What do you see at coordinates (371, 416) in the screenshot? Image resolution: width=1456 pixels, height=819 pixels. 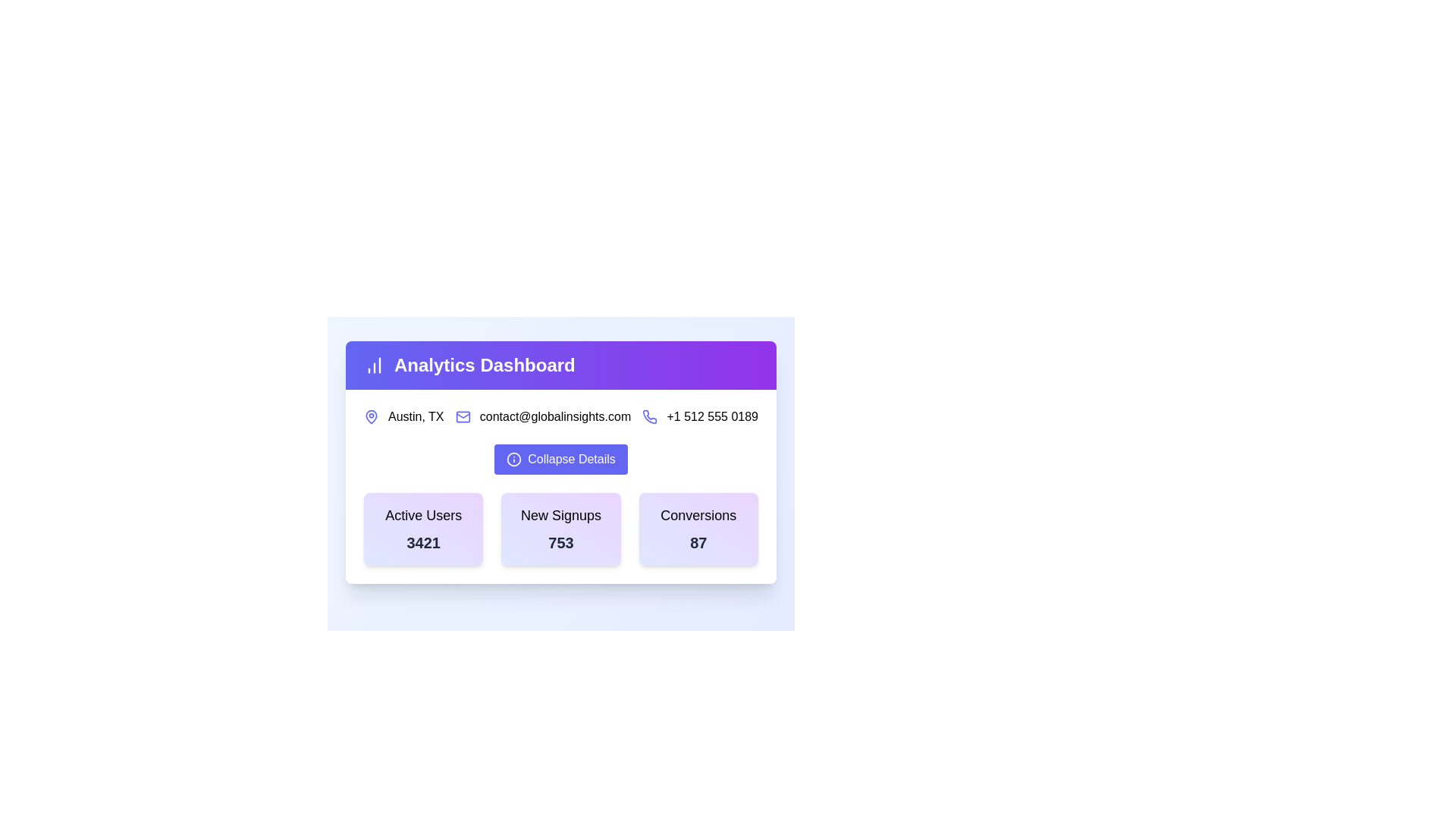 I see `the geographic location icon indicating 'Austin, TX'` at bounding box center [371, 416].